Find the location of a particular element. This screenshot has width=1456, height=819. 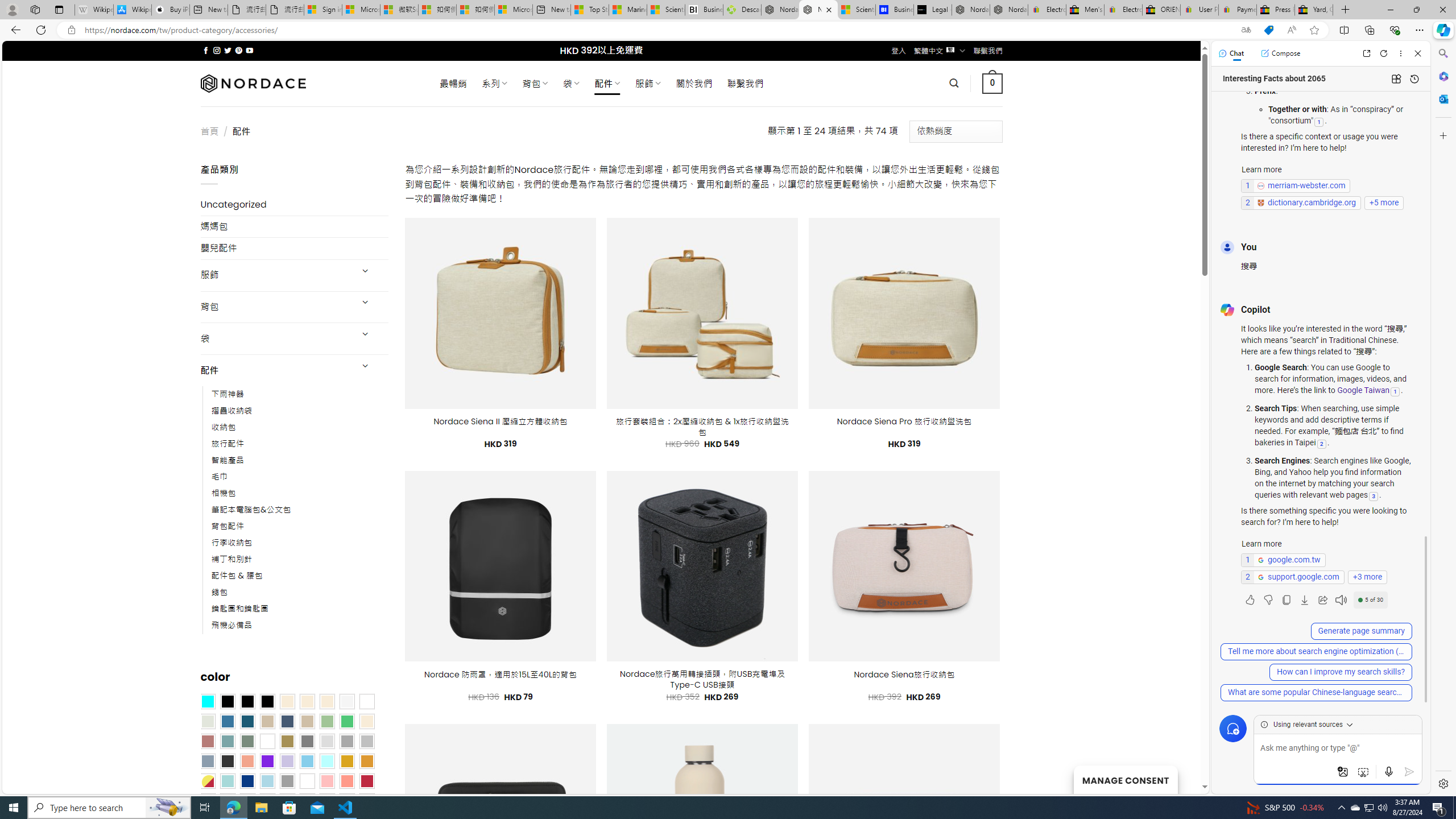

'Buy iPad - Apple' is located at coordinates (170, 9).